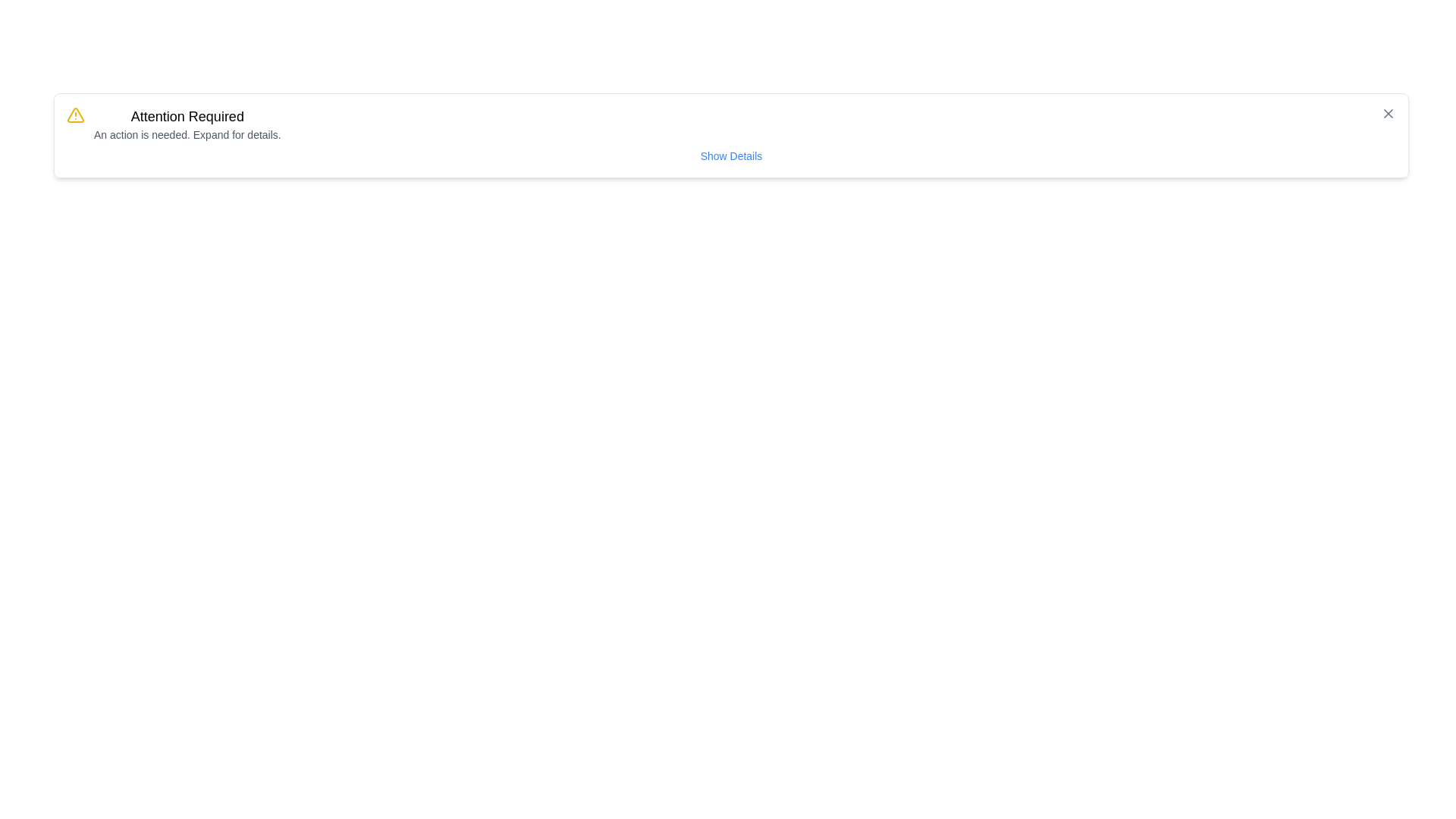 The image size is (1456, 819). Describe the element at coordinates (75, 114) in the screenshot. I see `the alert icon to interact with it` at that location.